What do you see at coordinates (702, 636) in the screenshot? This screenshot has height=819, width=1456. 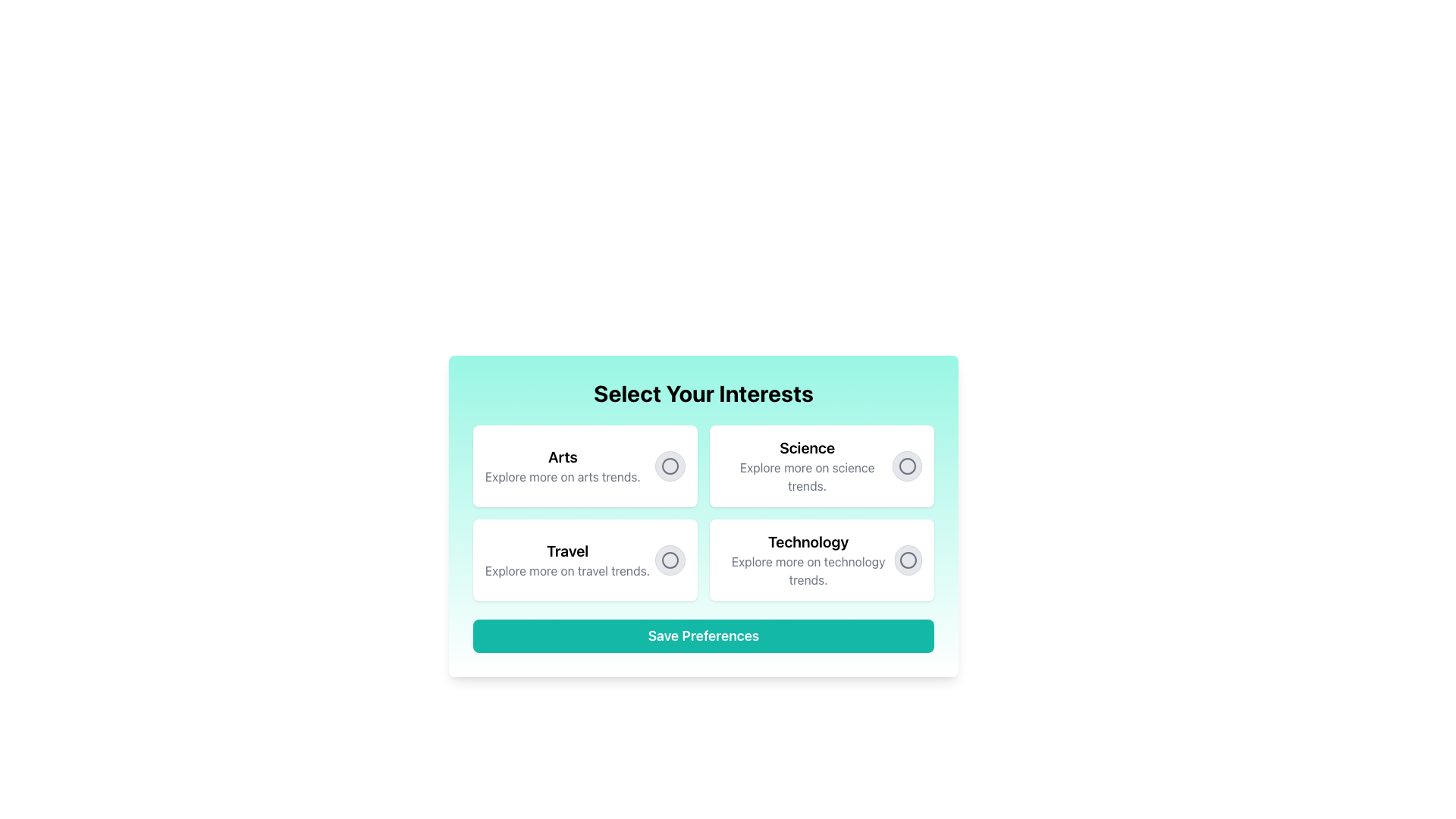 I see `the turquoise 'Save Preferences' button with white bold text` at bounding box center [702, 636].